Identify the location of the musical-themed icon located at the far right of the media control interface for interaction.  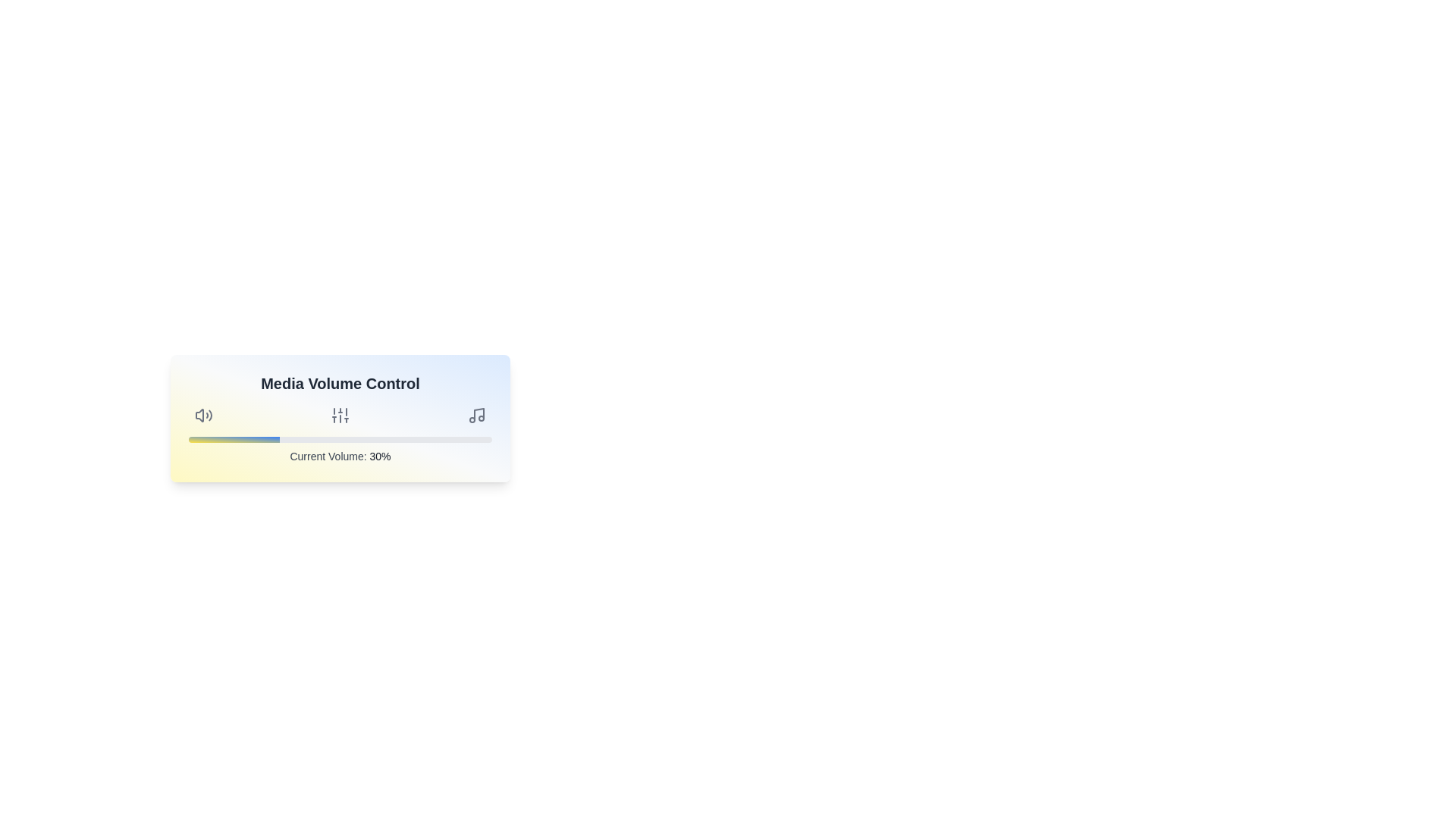
(479, 414).